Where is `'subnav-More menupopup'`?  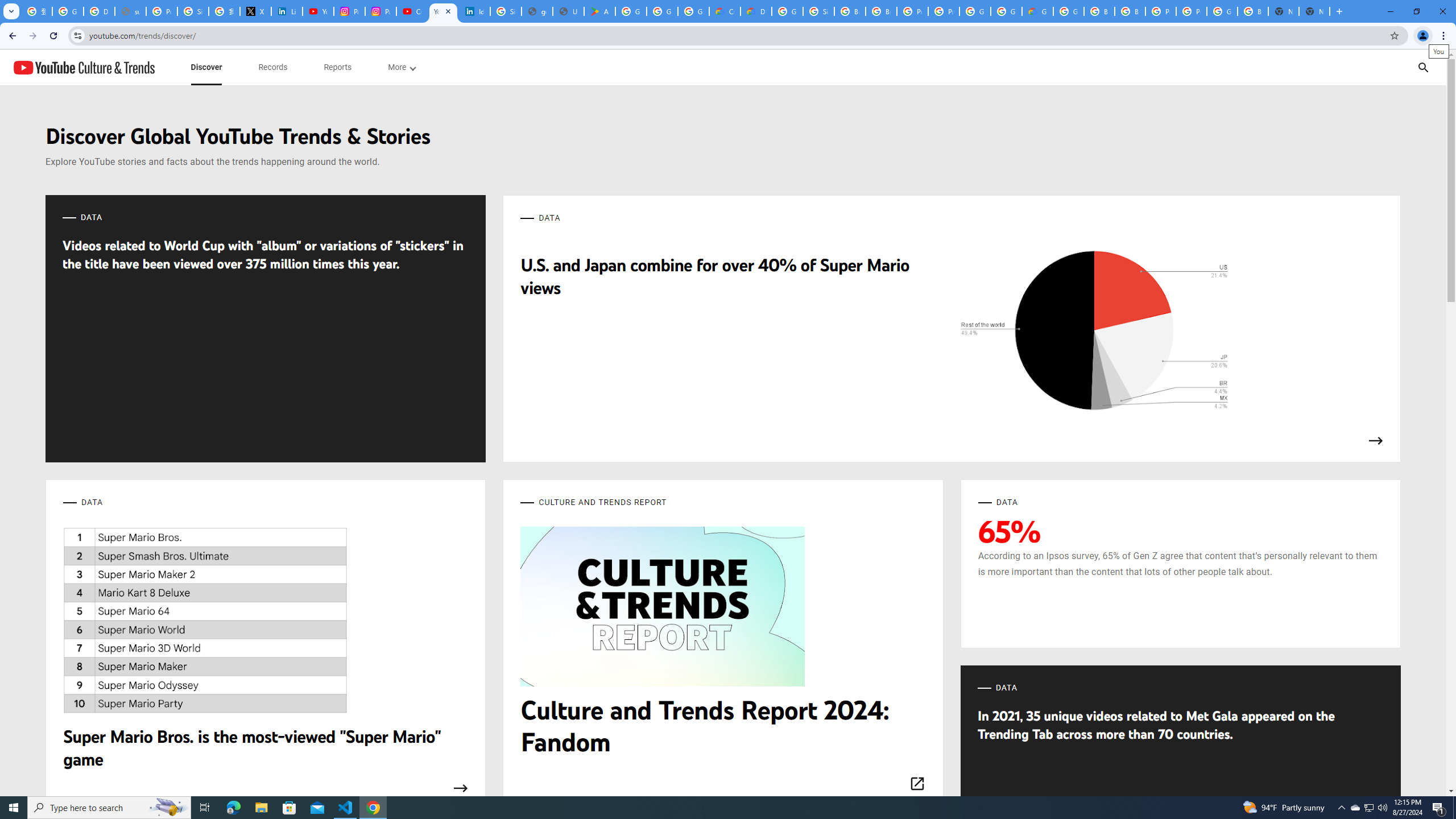 'subnav-More menupopup' is located at coordinates (401, 67).